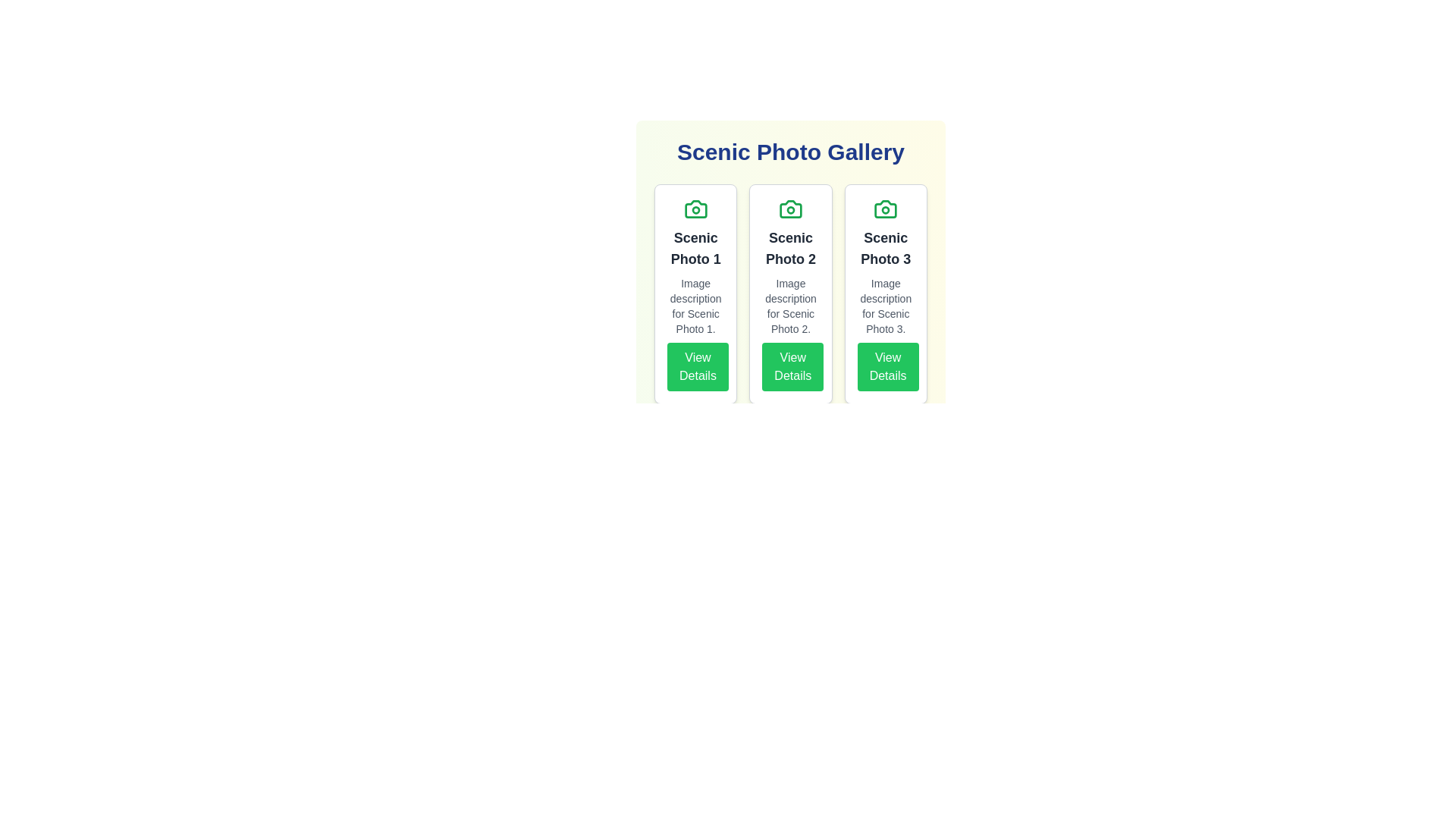 The height and width of the screenshot is (819, 1456). I want to click on the 'View Details' button for the photo titled 'Scenic Photo 1', so click(697, 366).